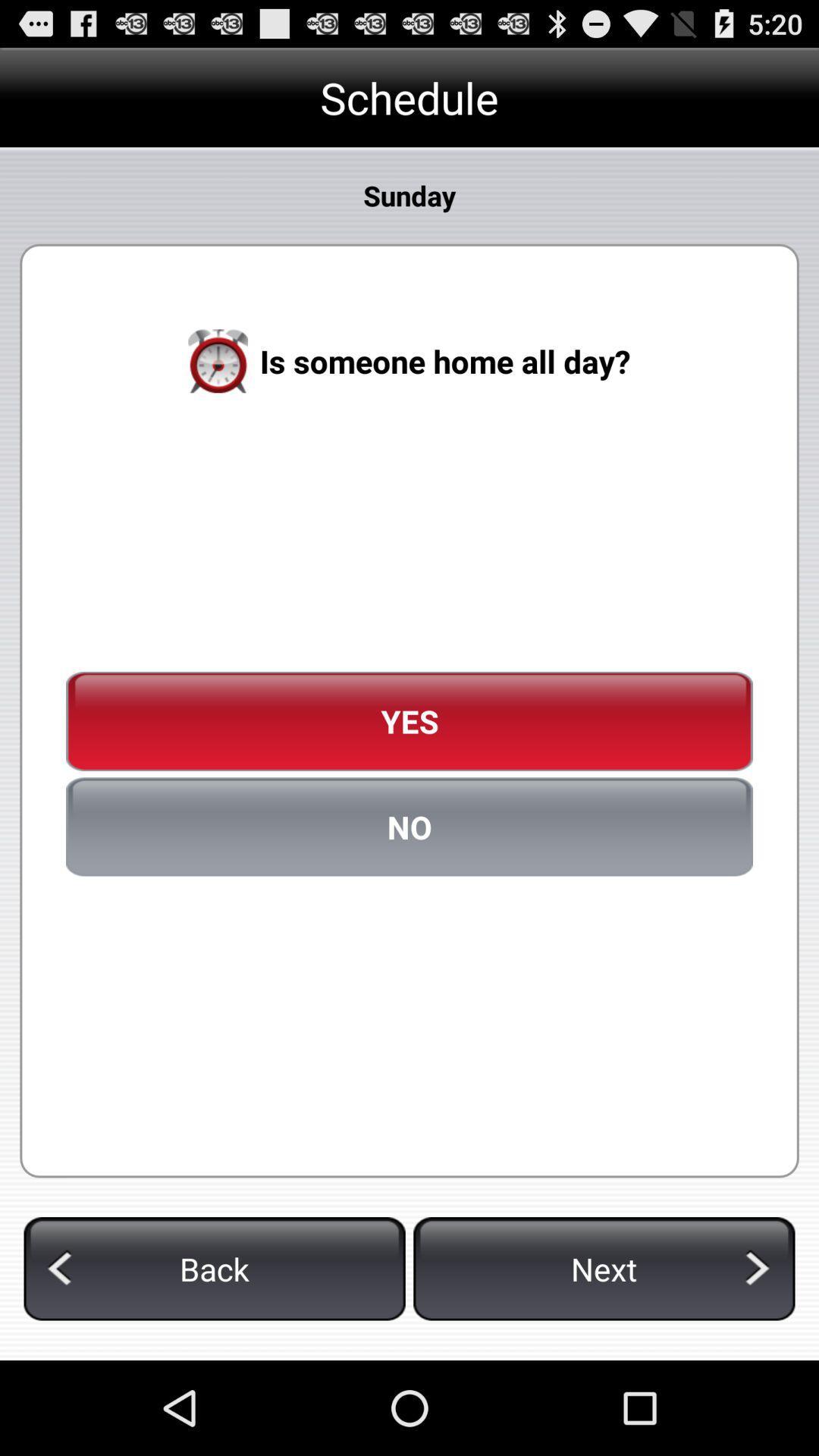 The image size is (819, 1456). I want to click on the item at the bottom right corner, so click(603, 1269).